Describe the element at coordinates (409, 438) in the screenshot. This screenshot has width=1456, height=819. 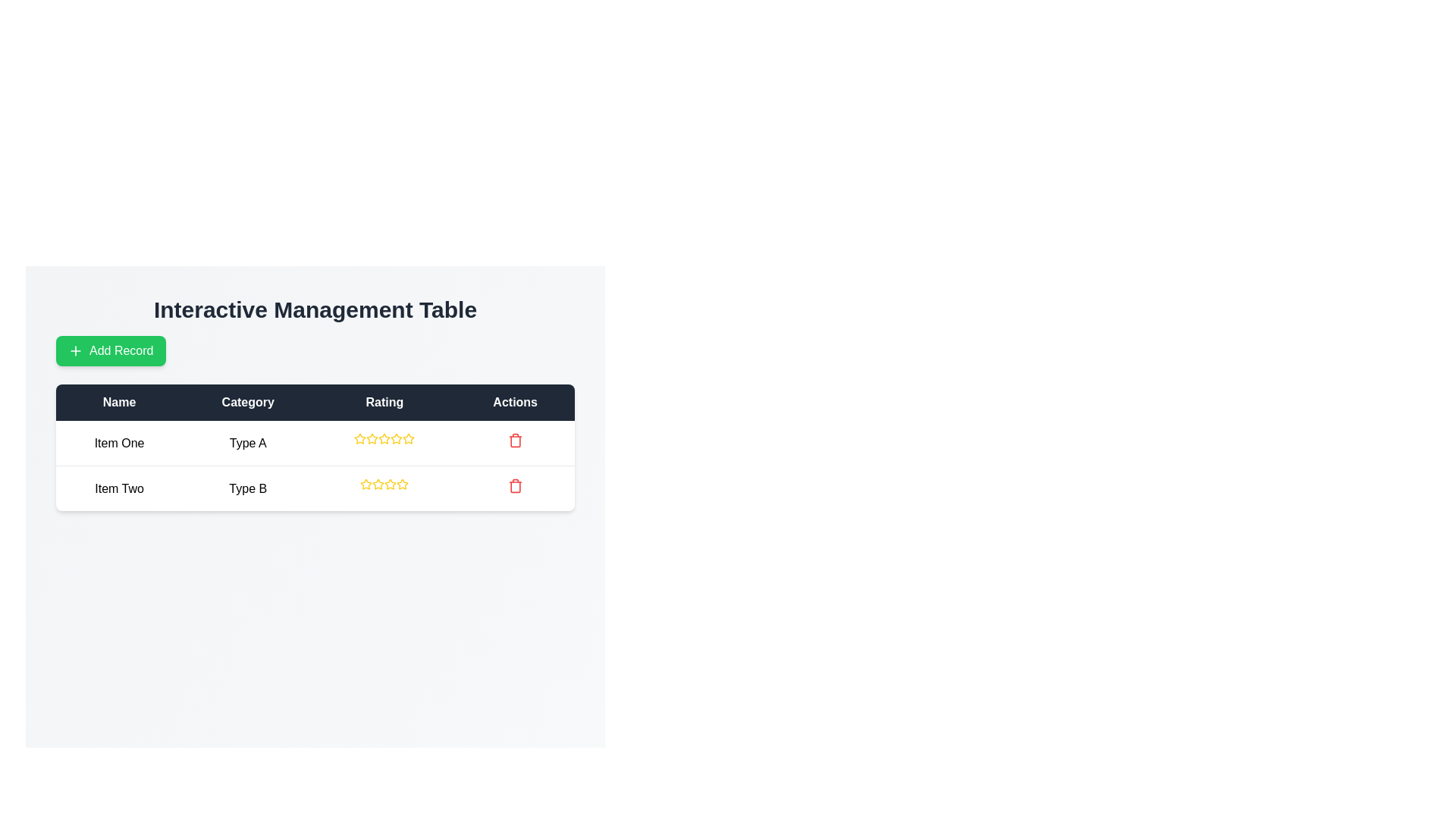
I see `the seventh star icon in the second row of the 'Interactive Management Table' under the 'Rating' column for 'Item One'` at that location.